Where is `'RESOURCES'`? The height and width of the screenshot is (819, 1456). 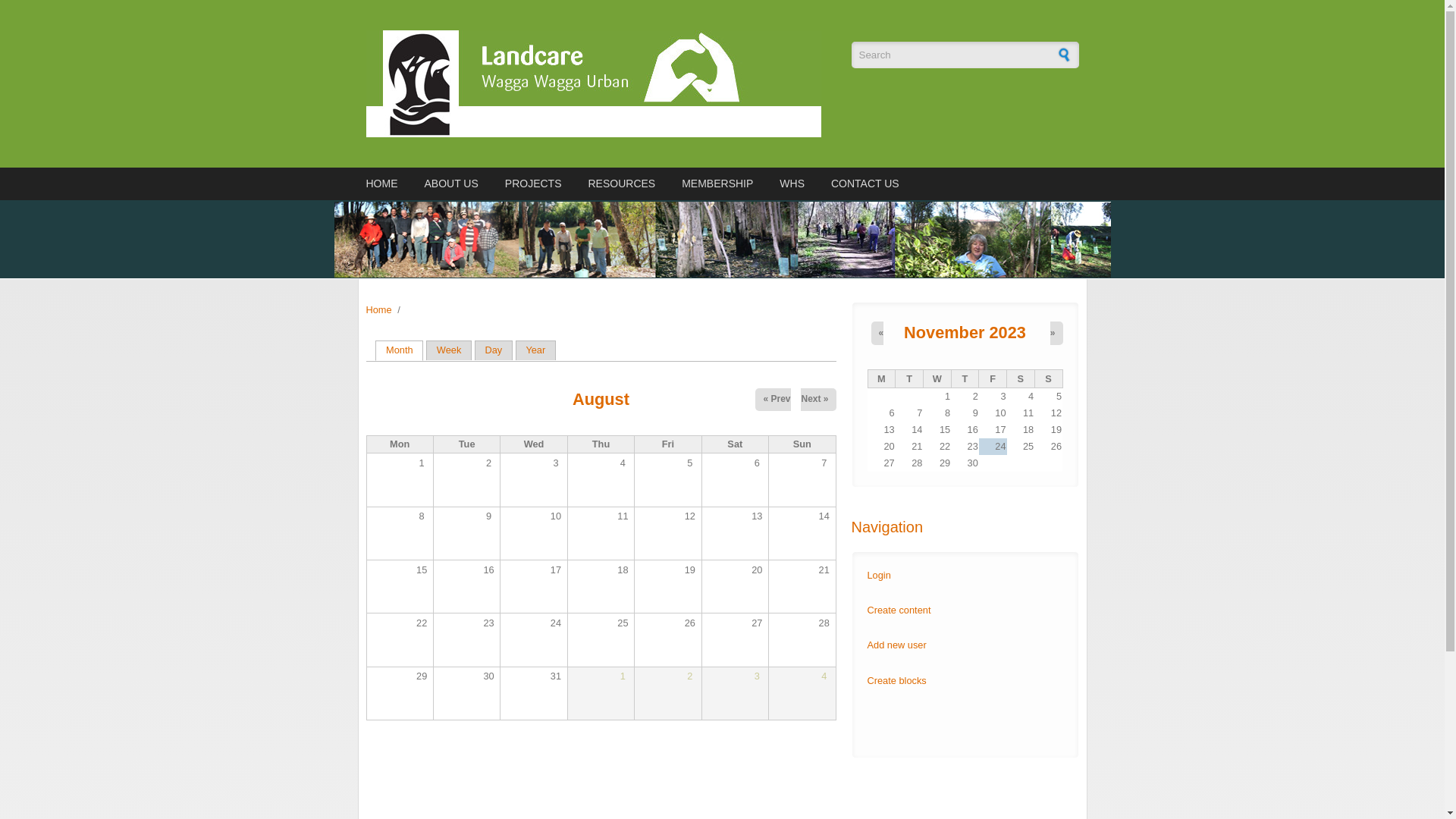
'RESOURCES' is located at coordinates (621, 183).